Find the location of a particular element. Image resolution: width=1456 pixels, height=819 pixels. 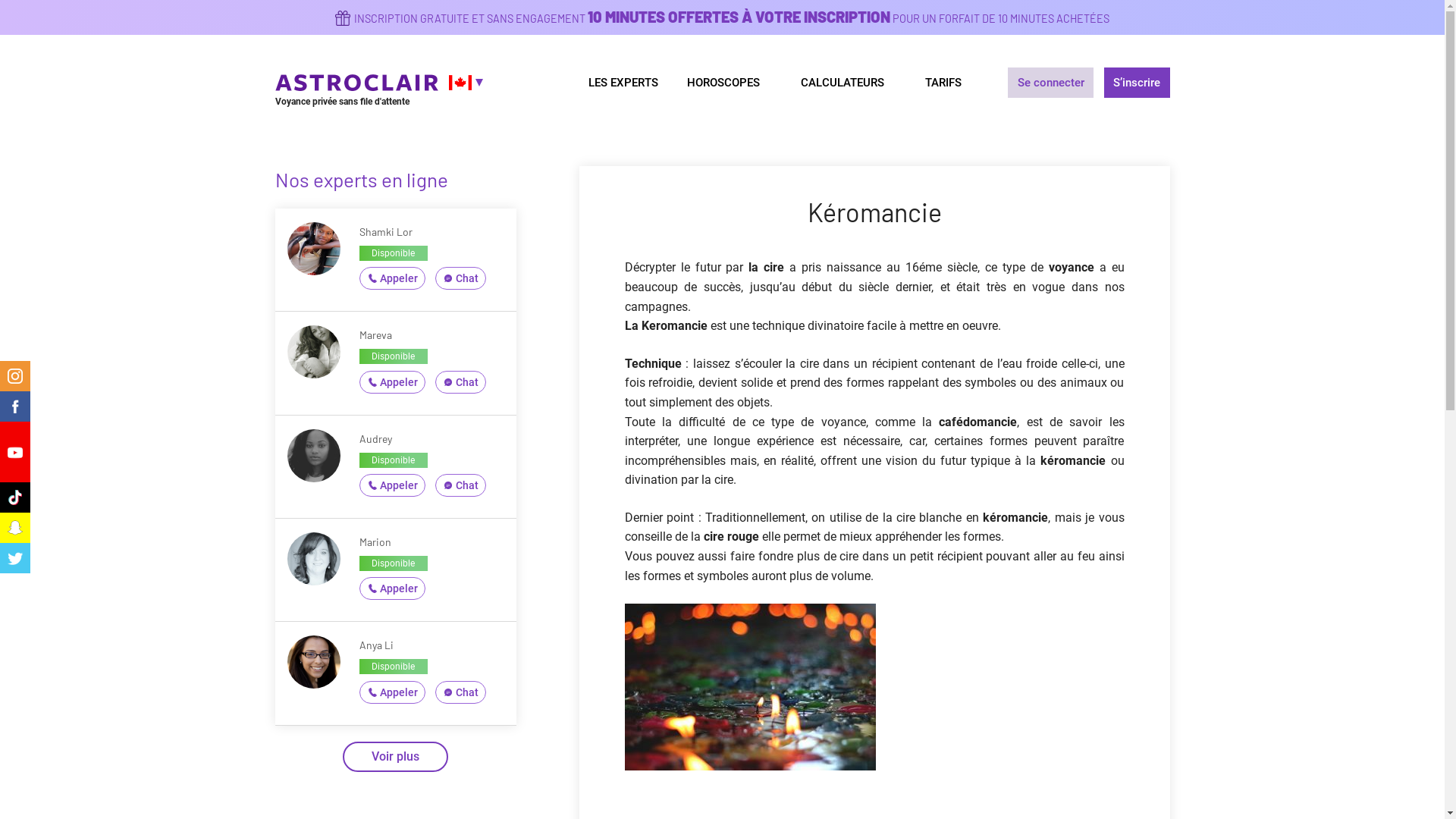

'Mareva' is located at coordinates (375, 334).